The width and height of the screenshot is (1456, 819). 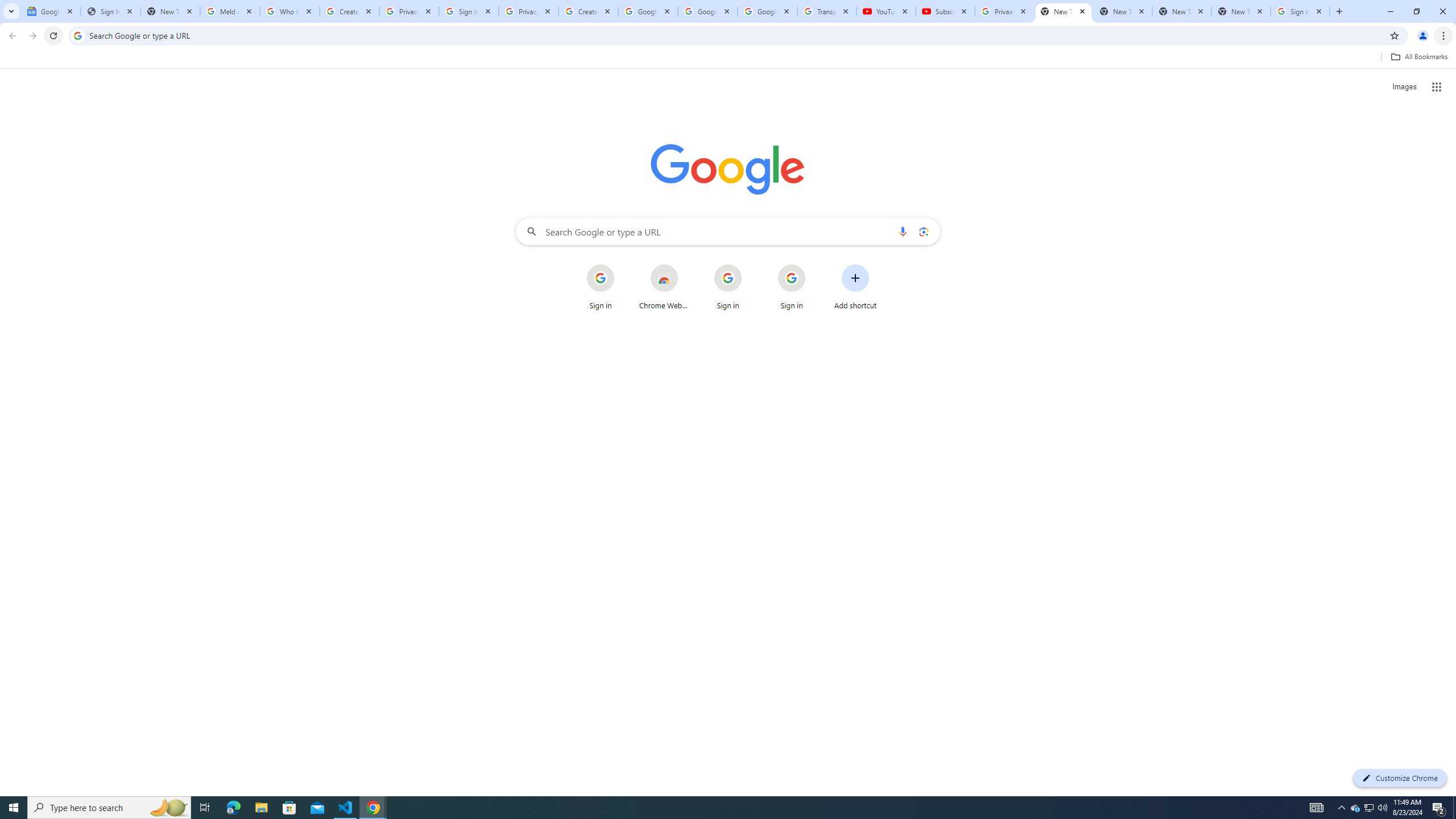 I want to click on 'Subscriptions - YouTube', so click(x=944, y=11).